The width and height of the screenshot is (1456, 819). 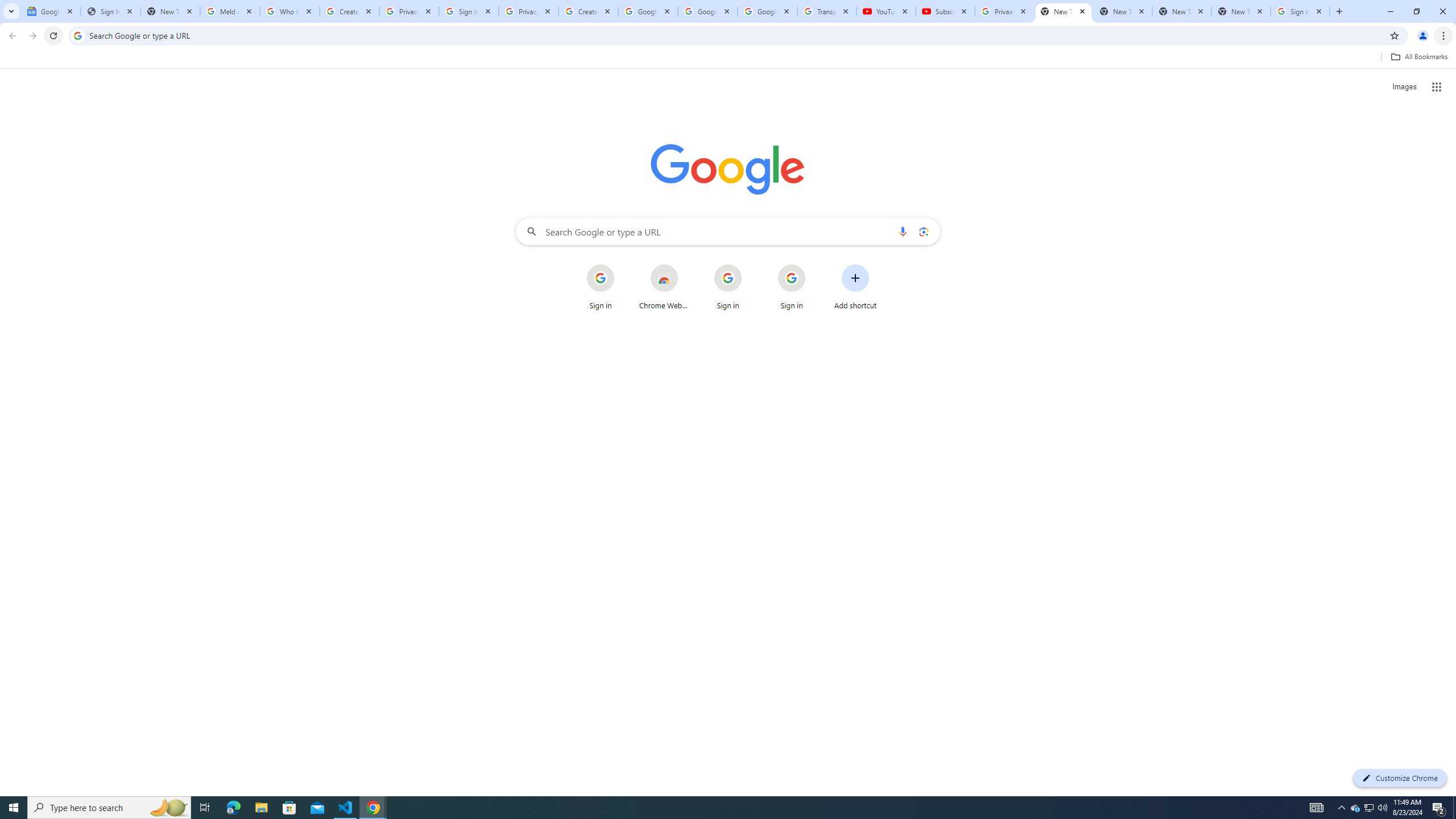 I want to click on 'Subscriptions - YouTube', so click(x=944, y=11).